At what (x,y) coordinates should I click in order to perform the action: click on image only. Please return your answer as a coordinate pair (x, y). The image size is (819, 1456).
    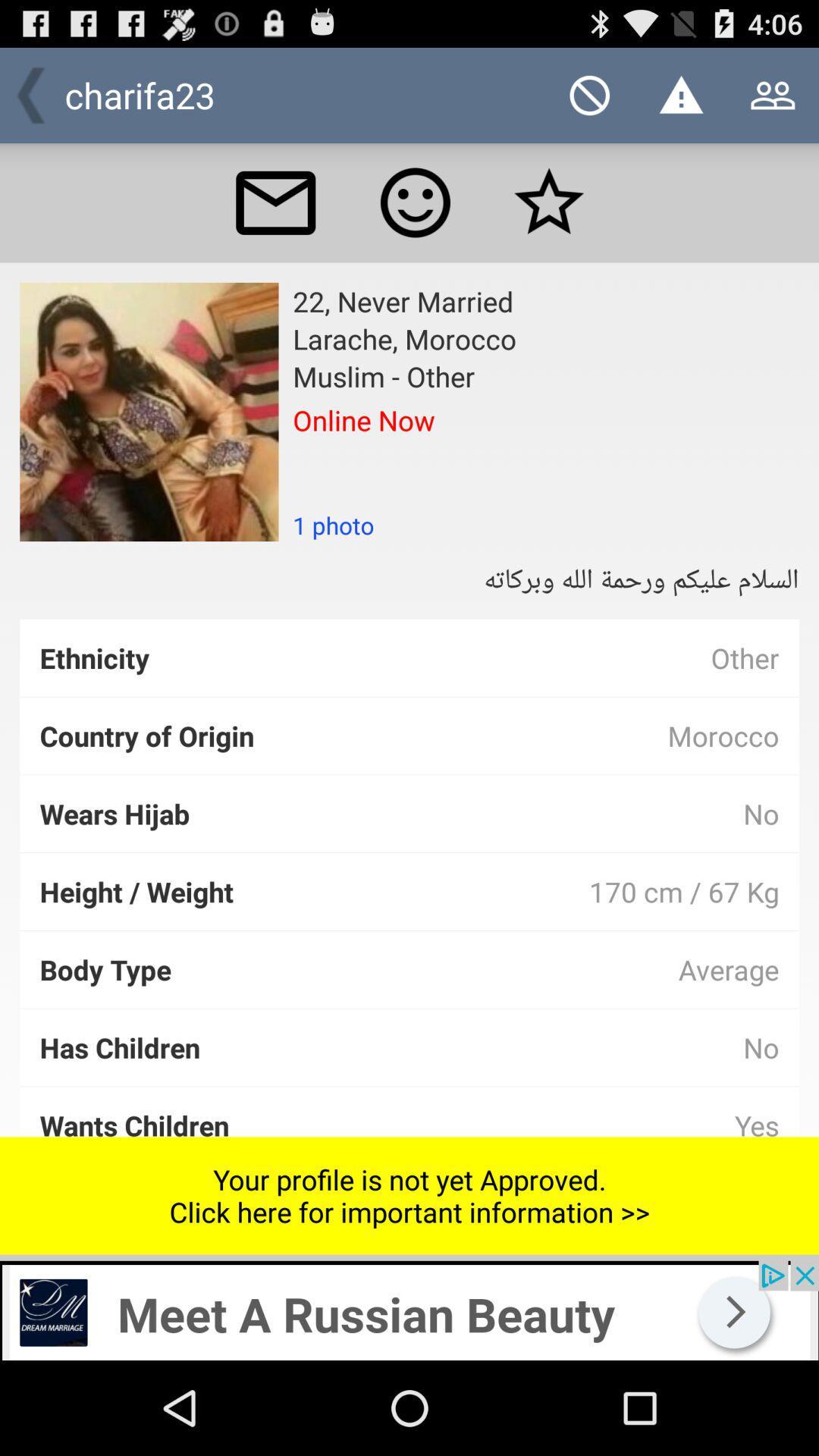
    Looking at the image, I should click on (149, 412).